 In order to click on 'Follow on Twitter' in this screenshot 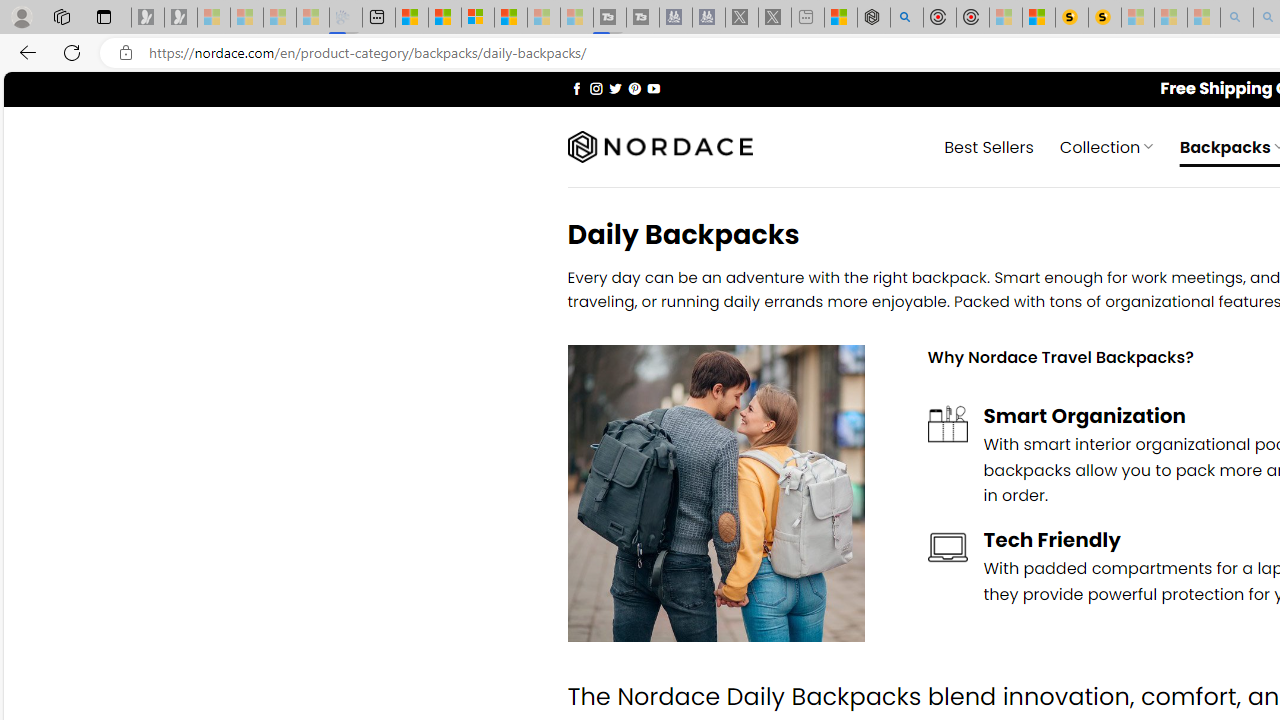, I will do `click(614, 87)`.